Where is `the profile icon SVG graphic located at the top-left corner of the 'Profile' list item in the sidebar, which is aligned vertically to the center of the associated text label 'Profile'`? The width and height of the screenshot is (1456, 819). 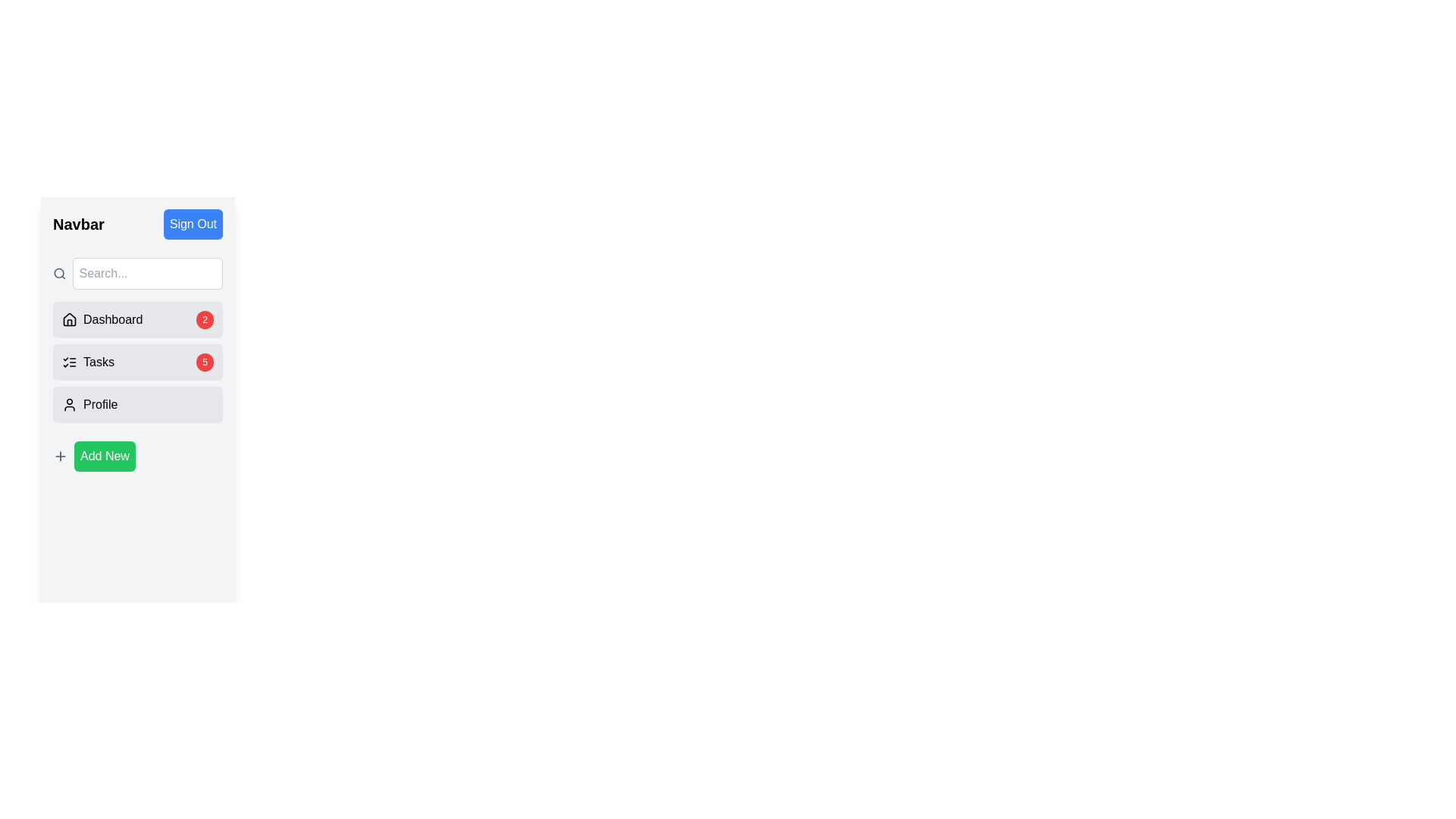 the profile icon SVG graphic located at the top-left corner of the 'Profile' list item in the sidebar, which is aligned vertically to the center of the associated text label 'Profile' is located at coordinates (68, 403).